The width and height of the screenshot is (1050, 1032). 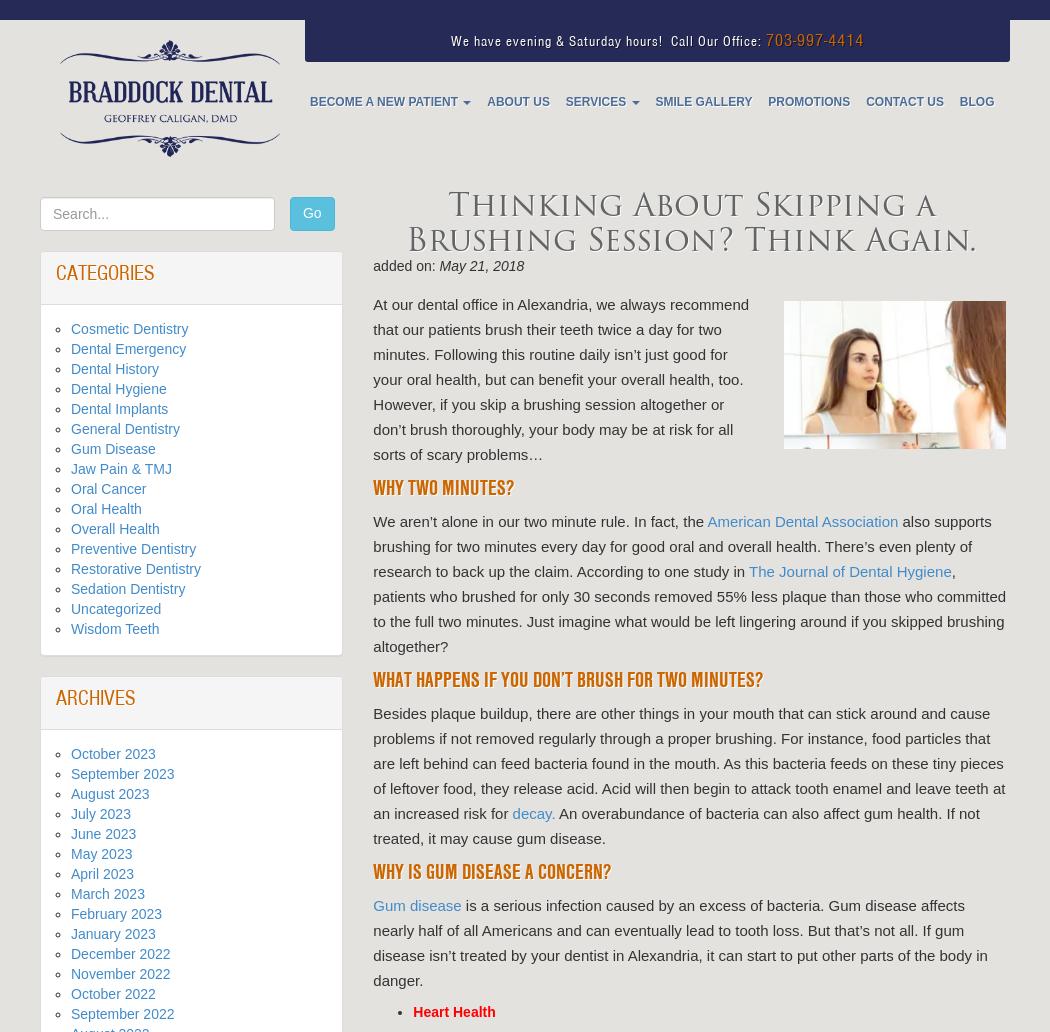 What do you see at coordinates (113, 369) in the screenshot?
I see `'Dental History'` at bounding box center [113, 369].